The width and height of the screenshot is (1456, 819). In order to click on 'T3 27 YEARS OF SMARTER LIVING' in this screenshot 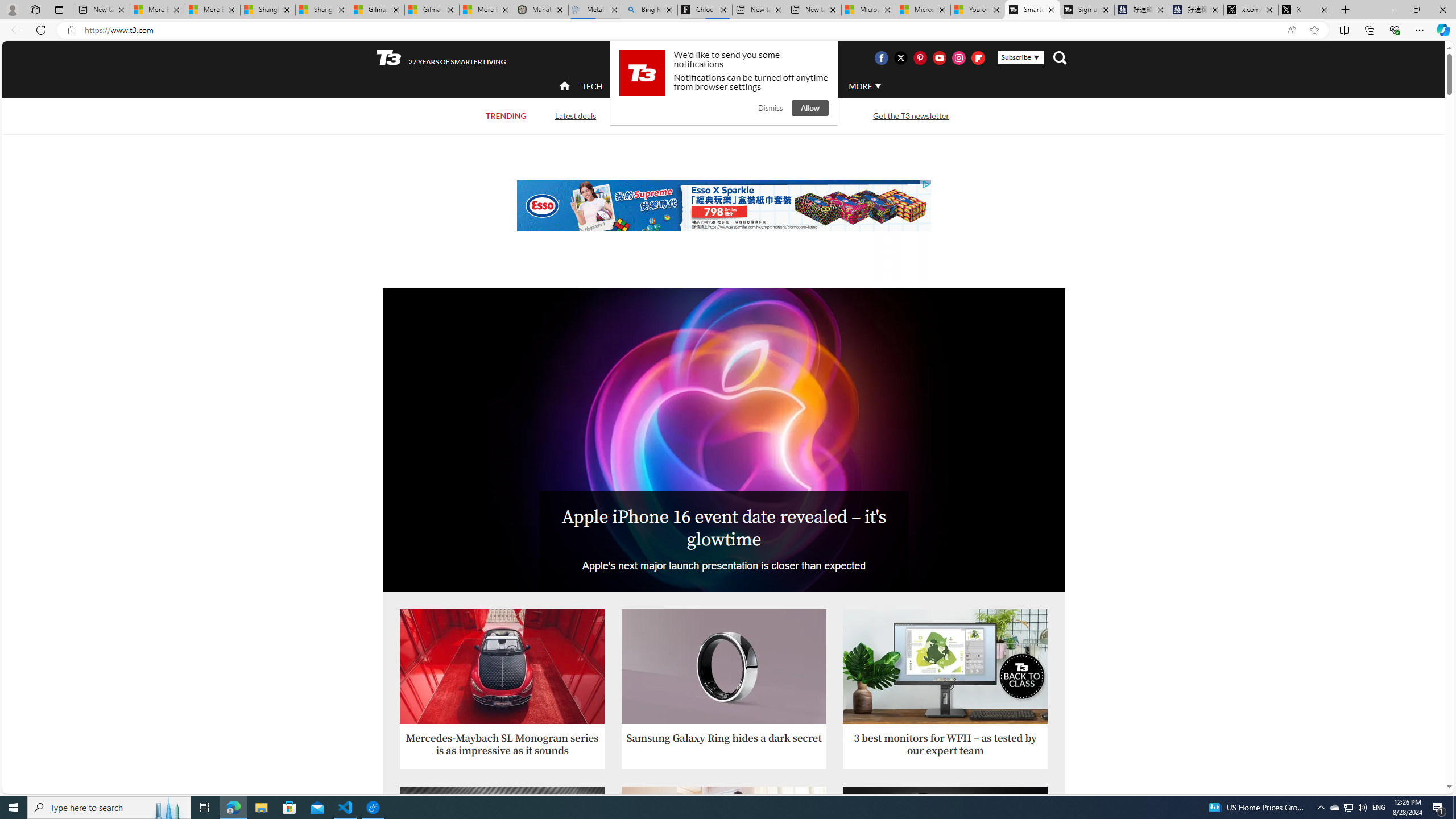, I will do `click(441, 58)`.